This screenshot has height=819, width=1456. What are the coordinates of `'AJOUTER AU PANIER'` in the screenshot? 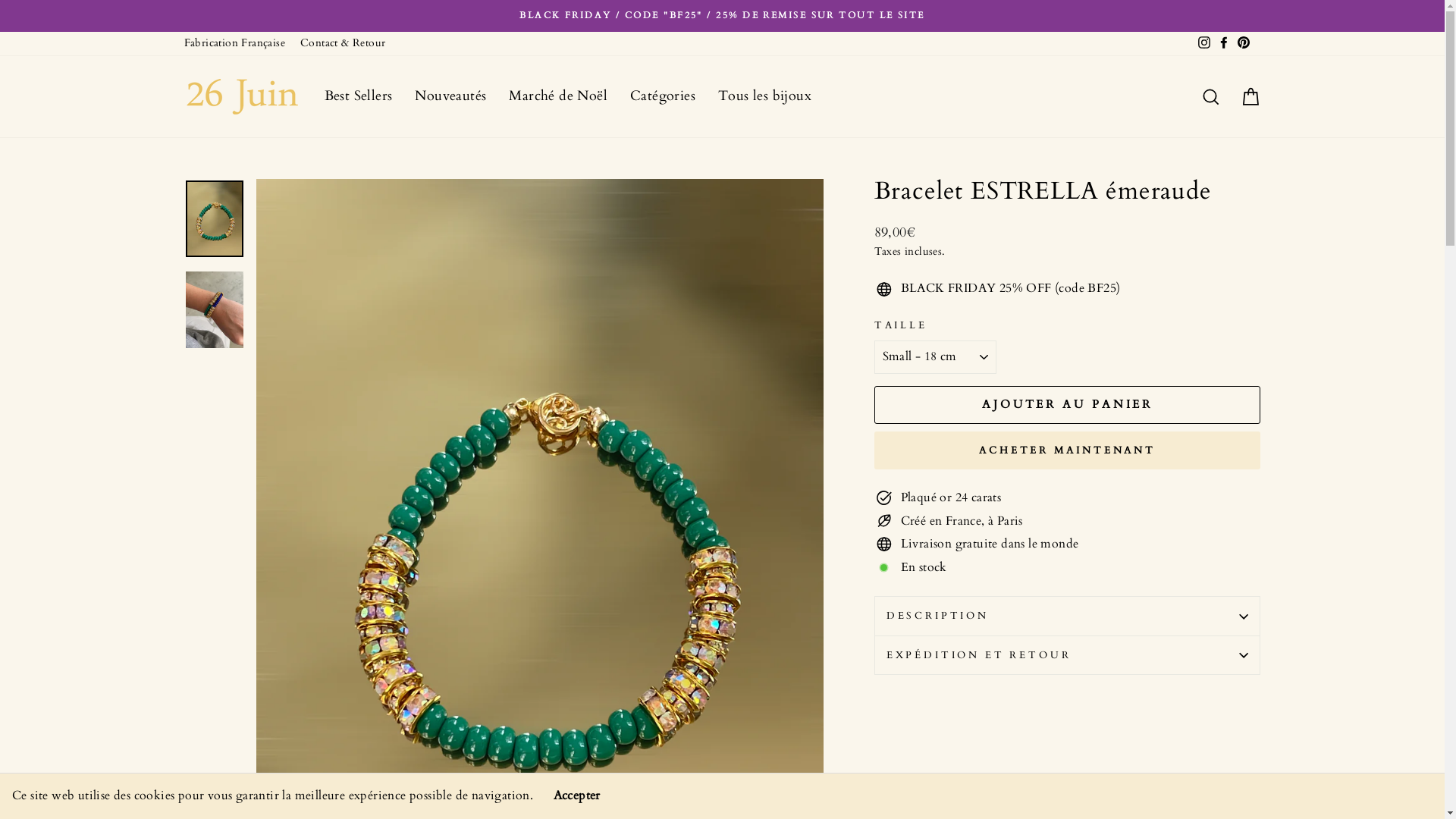 It's located at (1066, 403).